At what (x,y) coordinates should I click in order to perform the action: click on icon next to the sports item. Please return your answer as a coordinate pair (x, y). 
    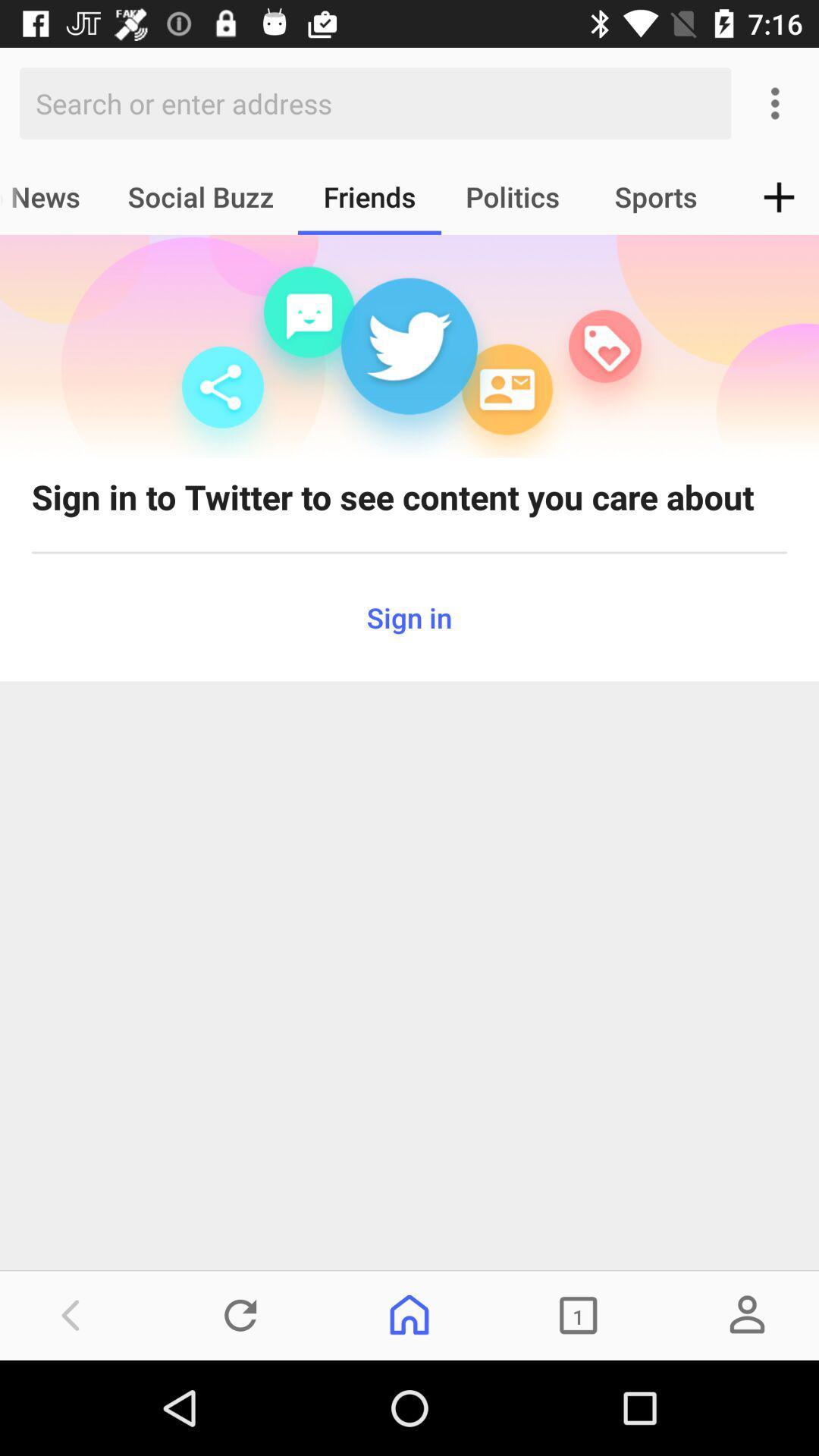
    Looking at the image, I should click on (779, 196).